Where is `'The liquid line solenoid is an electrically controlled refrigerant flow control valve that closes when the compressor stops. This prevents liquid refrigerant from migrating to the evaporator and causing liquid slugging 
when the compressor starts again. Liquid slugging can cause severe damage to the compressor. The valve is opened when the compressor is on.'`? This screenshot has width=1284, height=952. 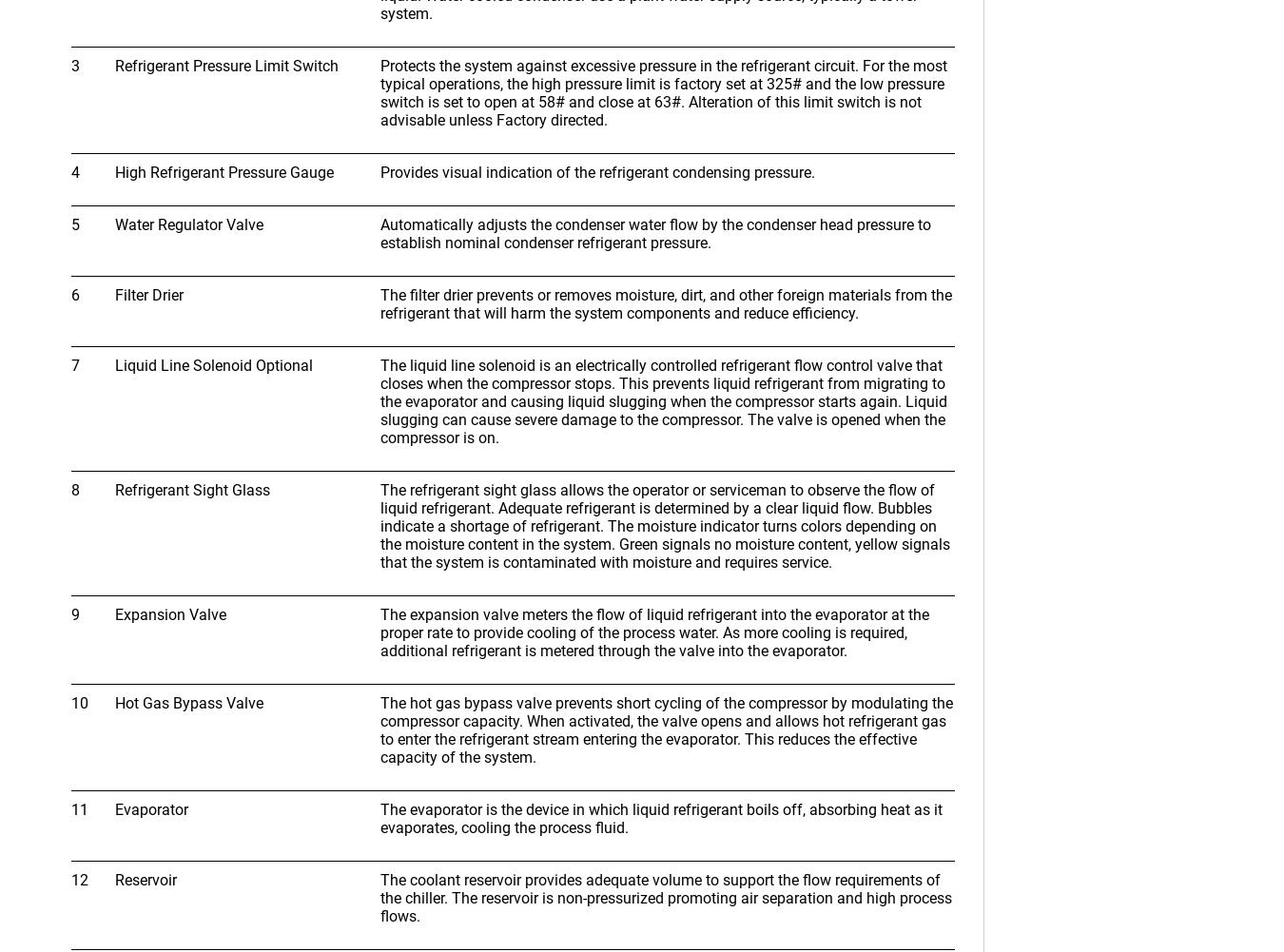 'The liquid line solenoid is an electrically controlled refrigerant flow control valve that closes when the compressor stops. This prevents liquid refrigerant from migrating to the evaporator and causing liquid slugging 
when the compressor starts again. Liquid slugging can cause severe damage to the compressor. The valve is opened when the compressor is on.' is located at coordinates (662, 400).